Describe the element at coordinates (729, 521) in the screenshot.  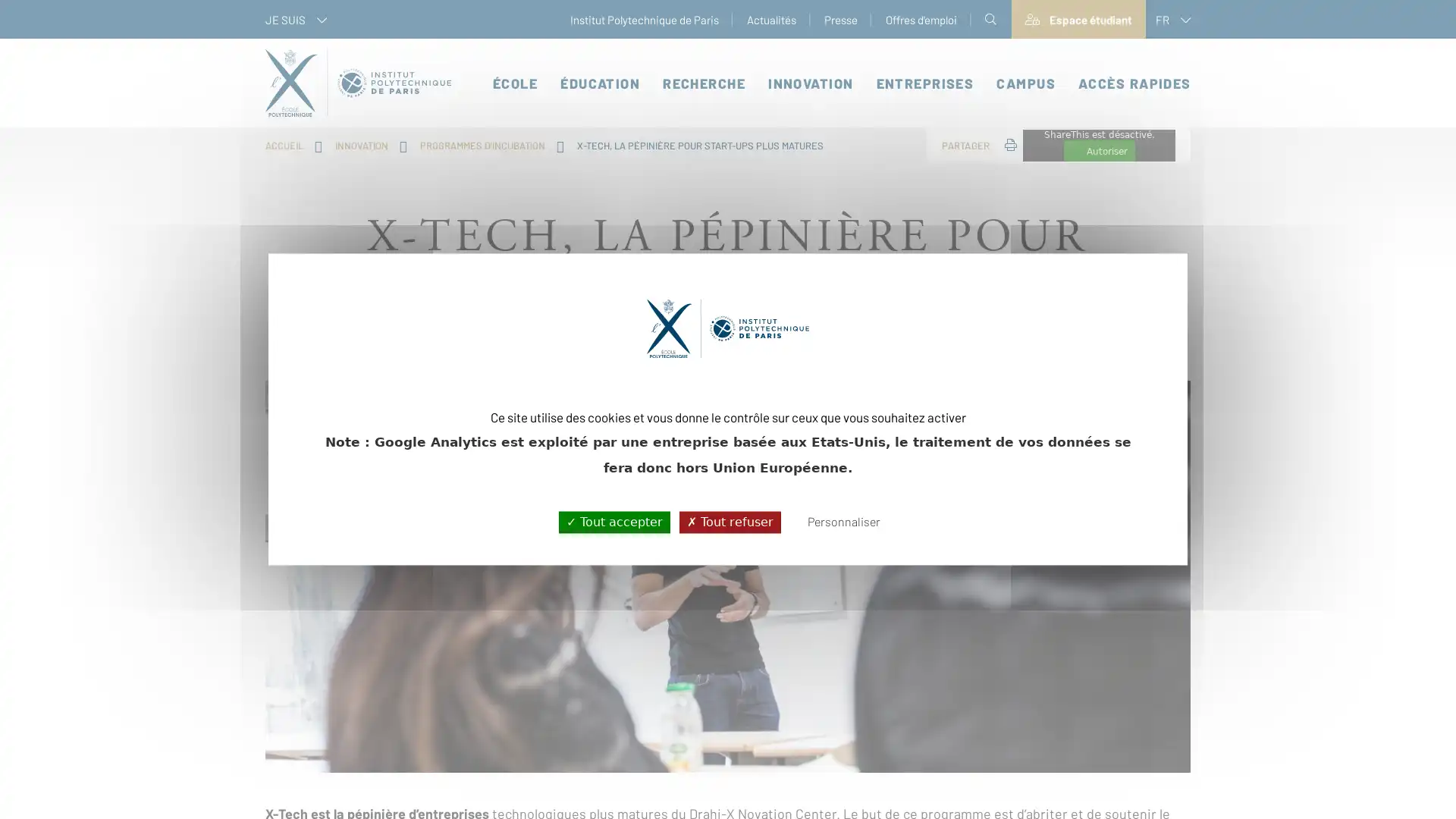
I see `Tout refuser` at that location.